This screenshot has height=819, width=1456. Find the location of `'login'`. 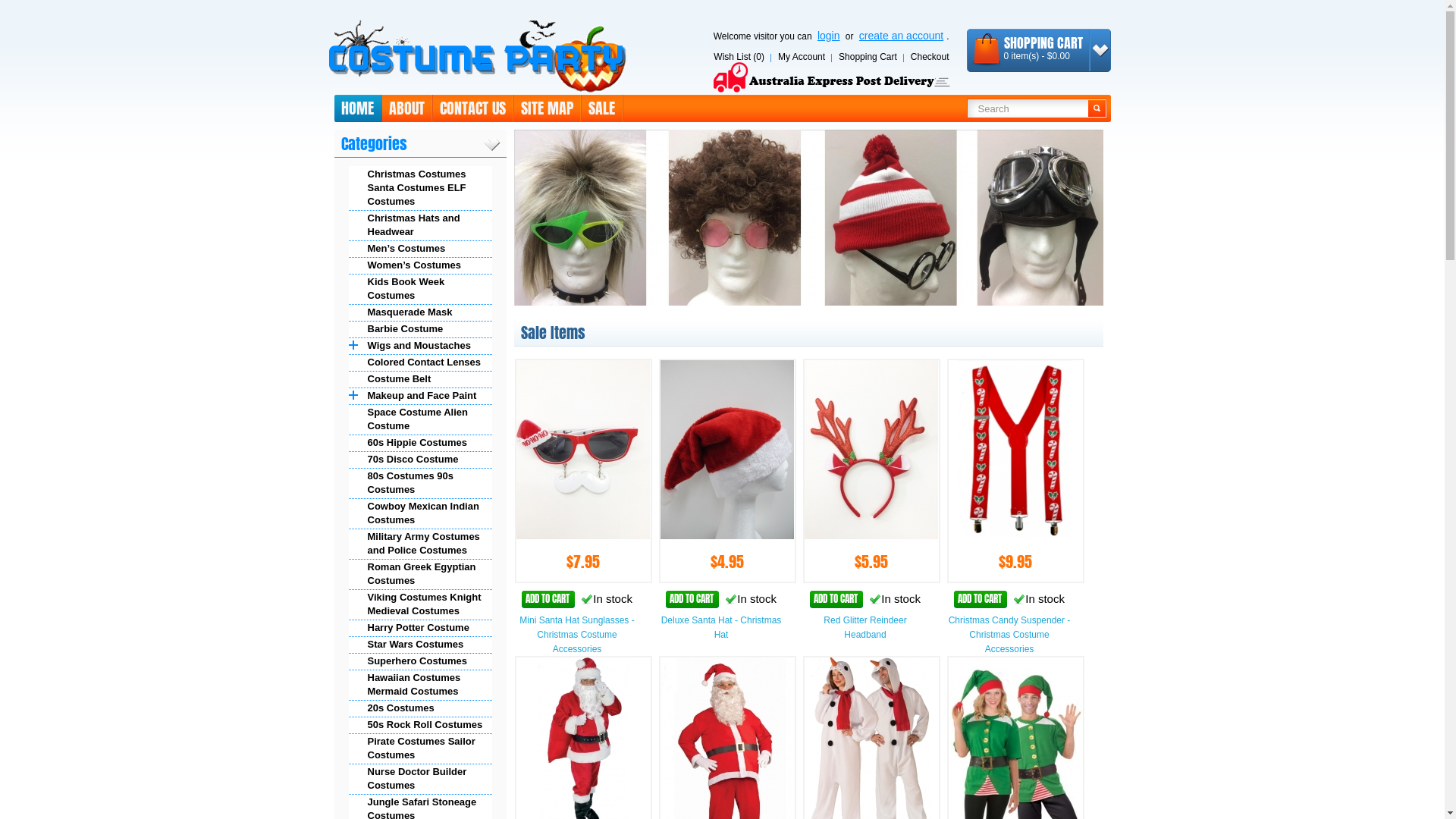

'login' is located at coordinates (828, 34).